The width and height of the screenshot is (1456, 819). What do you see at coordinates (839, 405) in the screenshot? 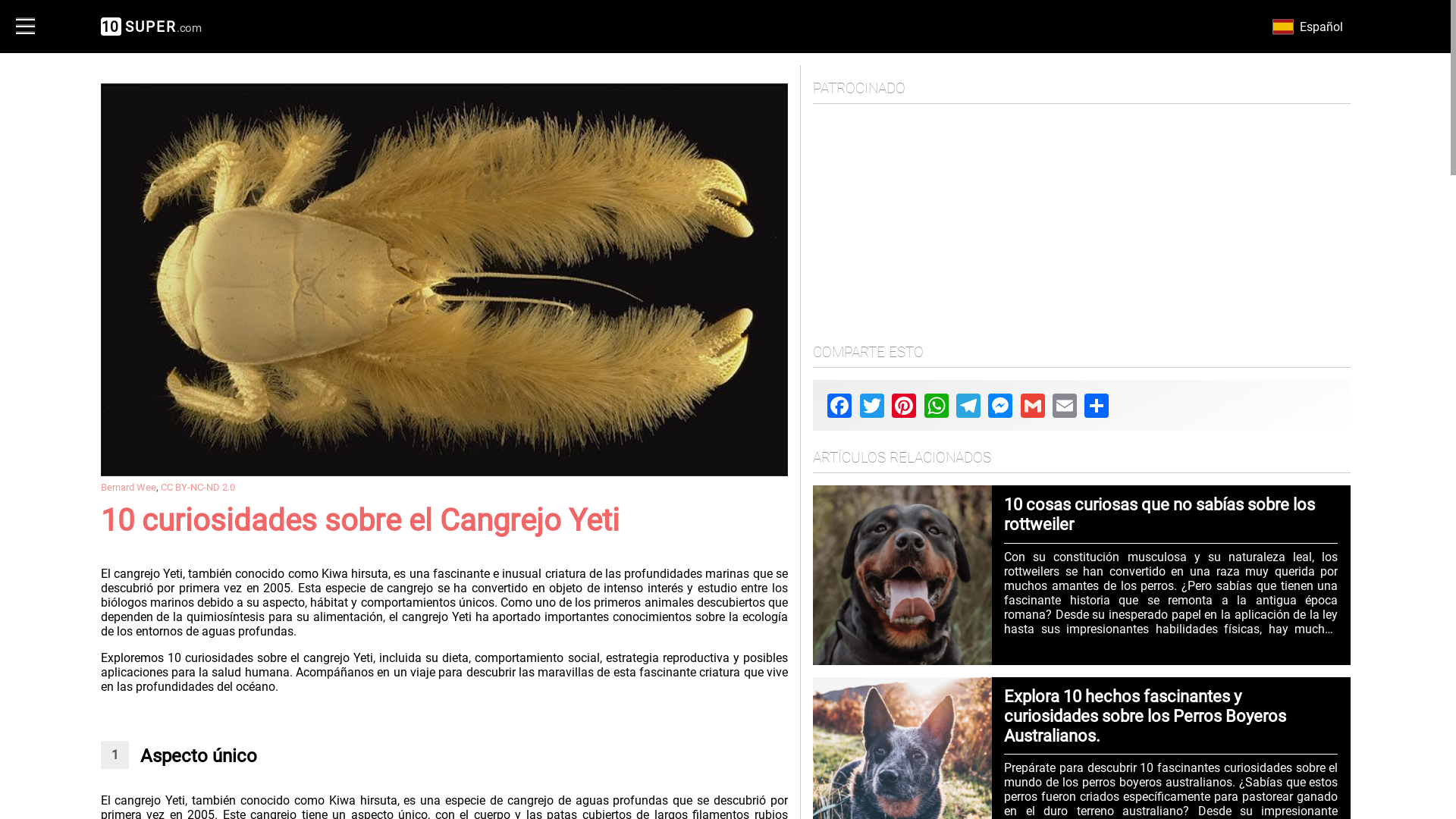
I see `'Facebook'` at bounding box center [839, 405].